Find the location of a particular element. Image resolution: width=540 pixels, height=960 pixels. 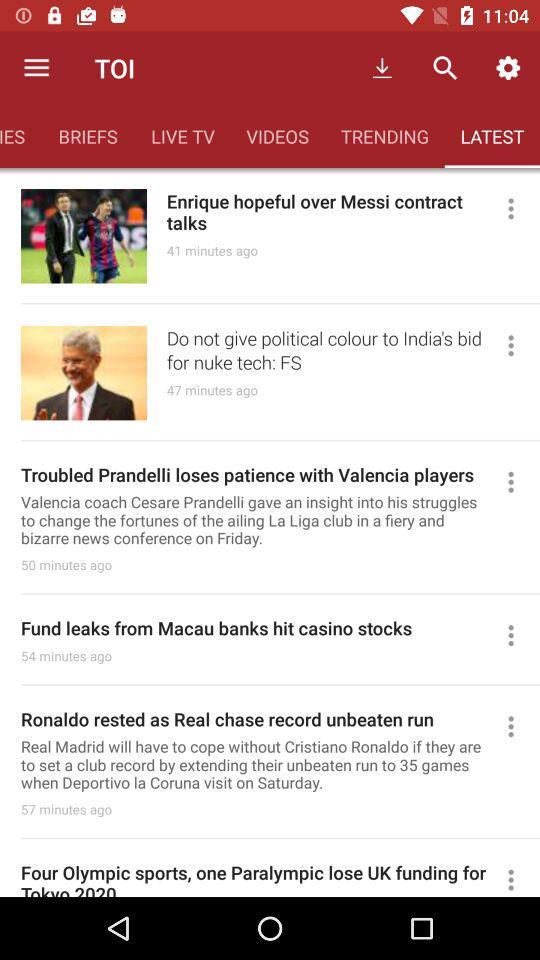

the menu which is at the bottom right side of the page is located at coordinates (519, 877).